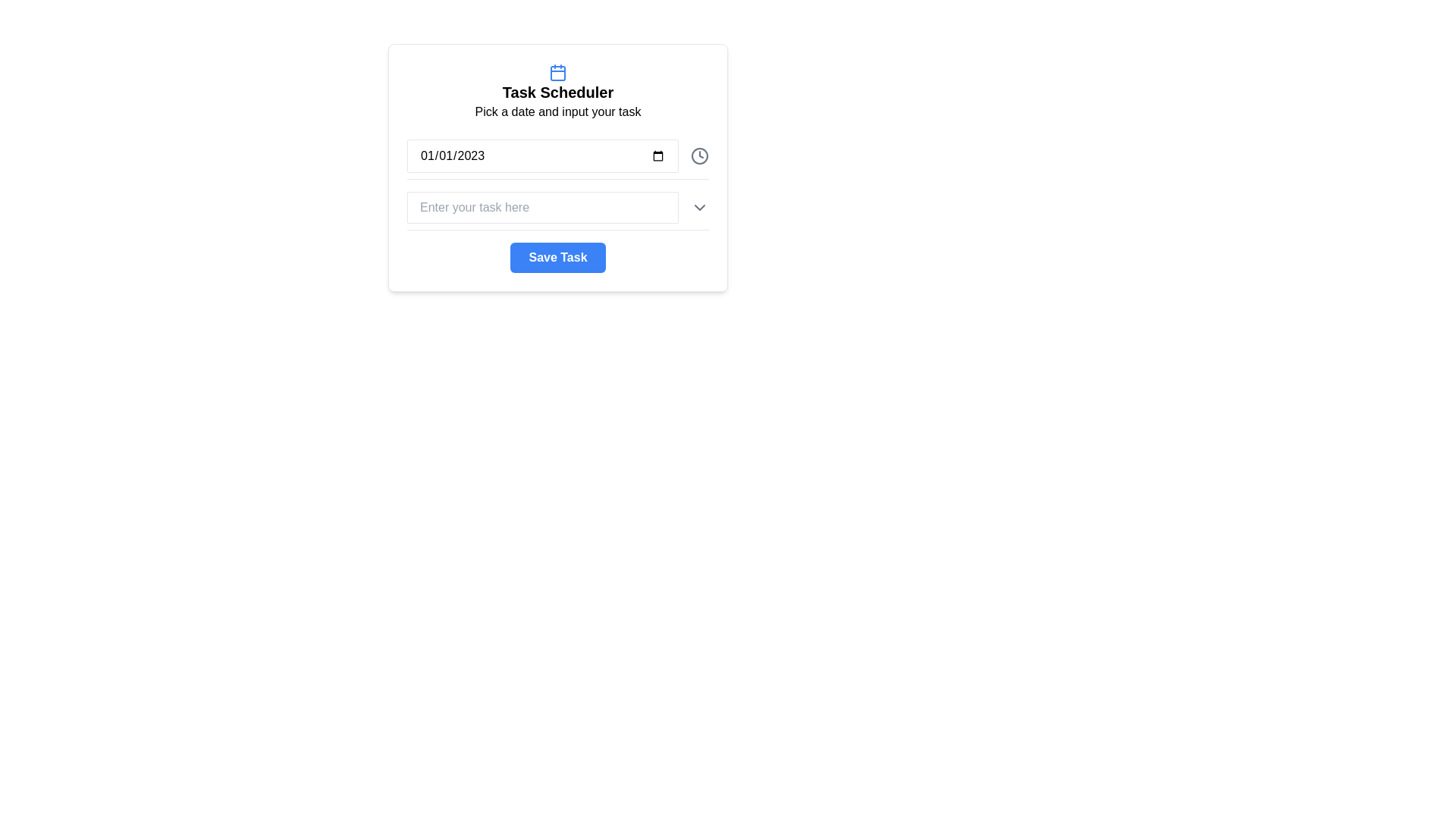  I want to click on the static text label that says 'Pick a date and input your task', which is located beneath the bold title 'Task Scheduler' in the card-style layout, so click(557, 110).